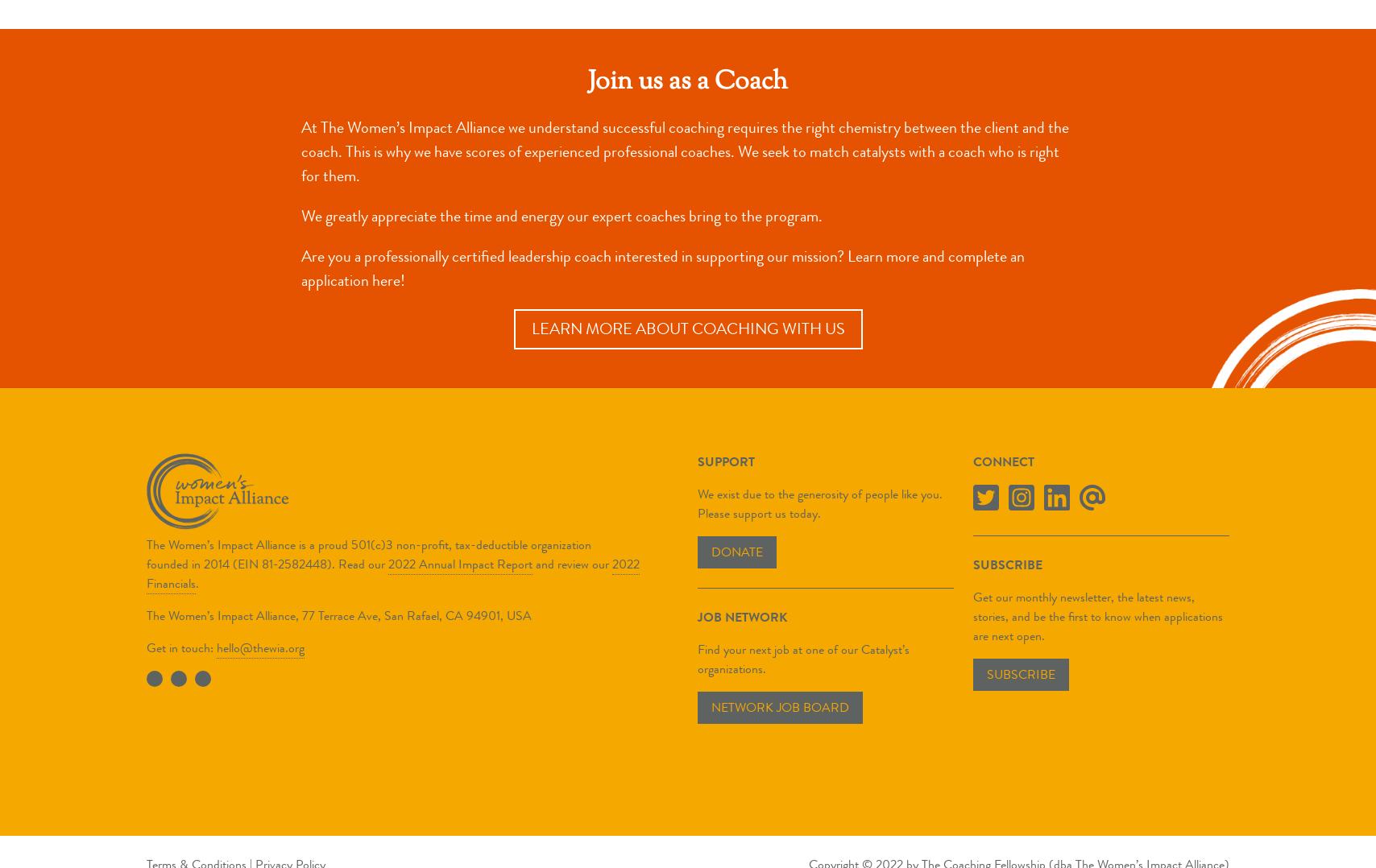  I want to click on 'SUPPORT', so click(726, 460).